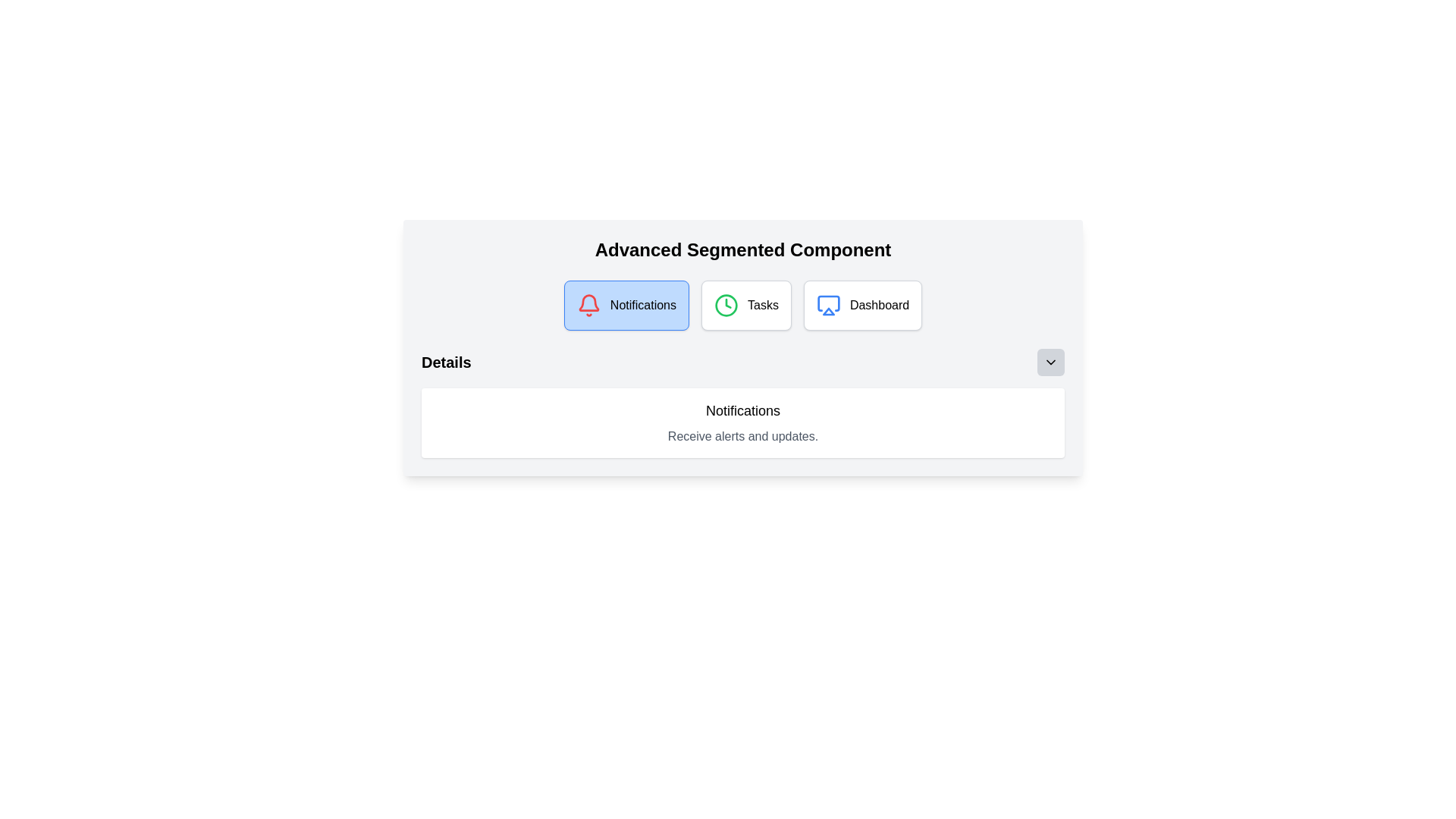  I want to click on the segmented control element for reordering options, identified by its three distinct buttons: 'Notifications', 'Tasks', and 'Dashboard', located in the 'Advanced Segmented Component', so click(742, 305).